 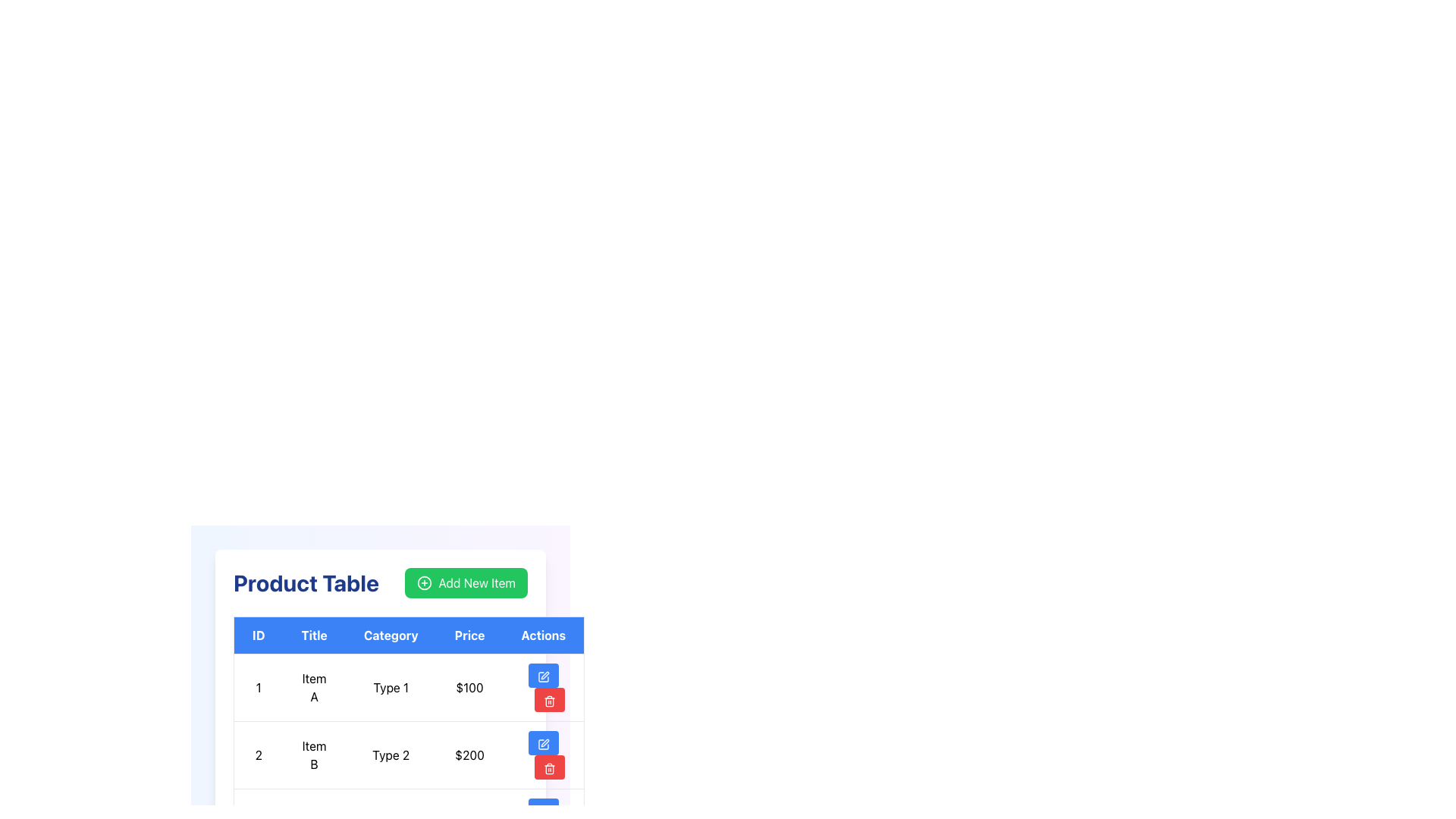 I want to click on the Static Text element displaying 'Type 2' in the third column of the second row of the 'Product Table', so click(x=391, y=755).